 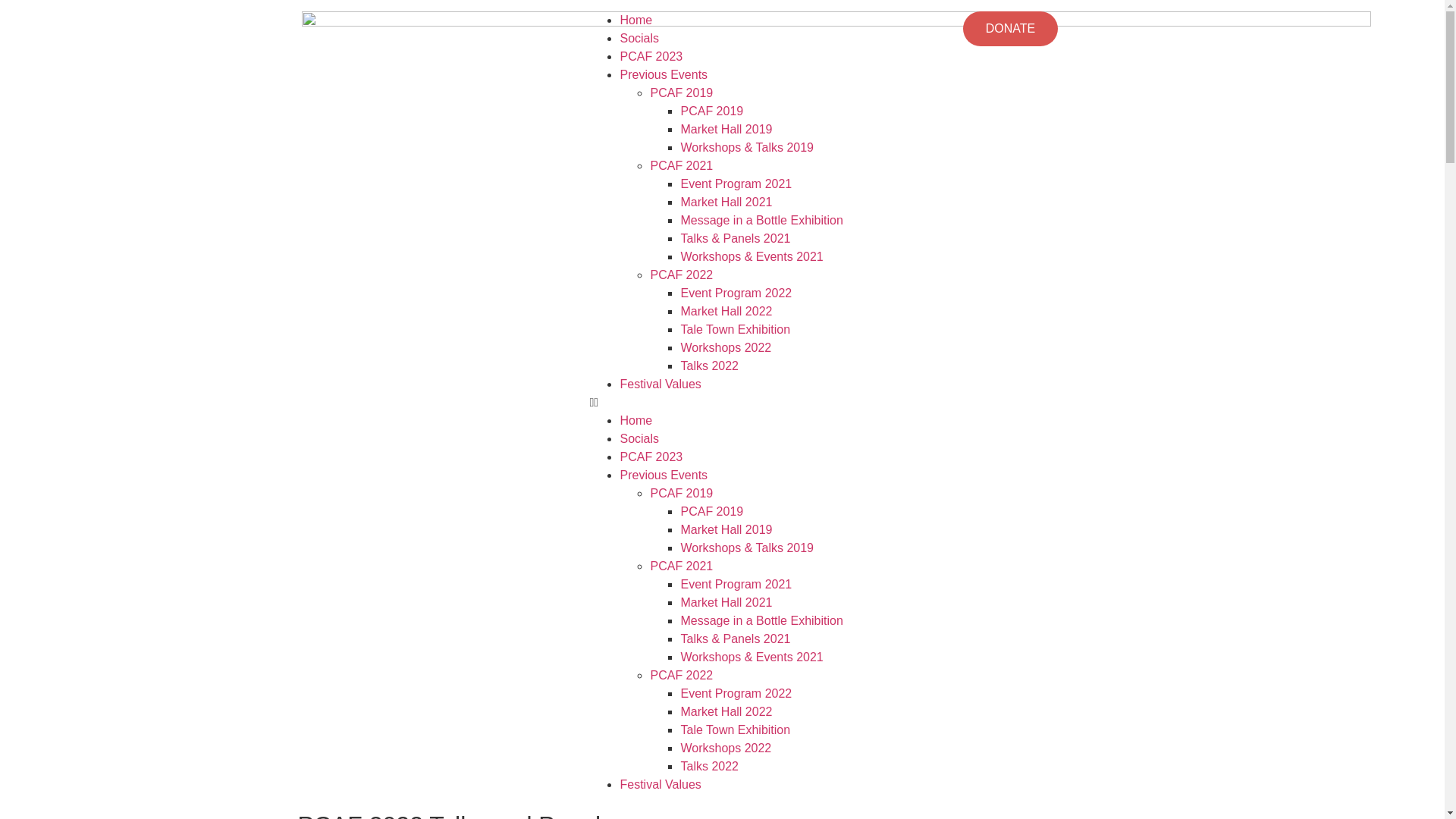 What do you see at coordinates (663, 474) in the screenshot?
I see `'Previous Events'` at bounding box center [663, 474].